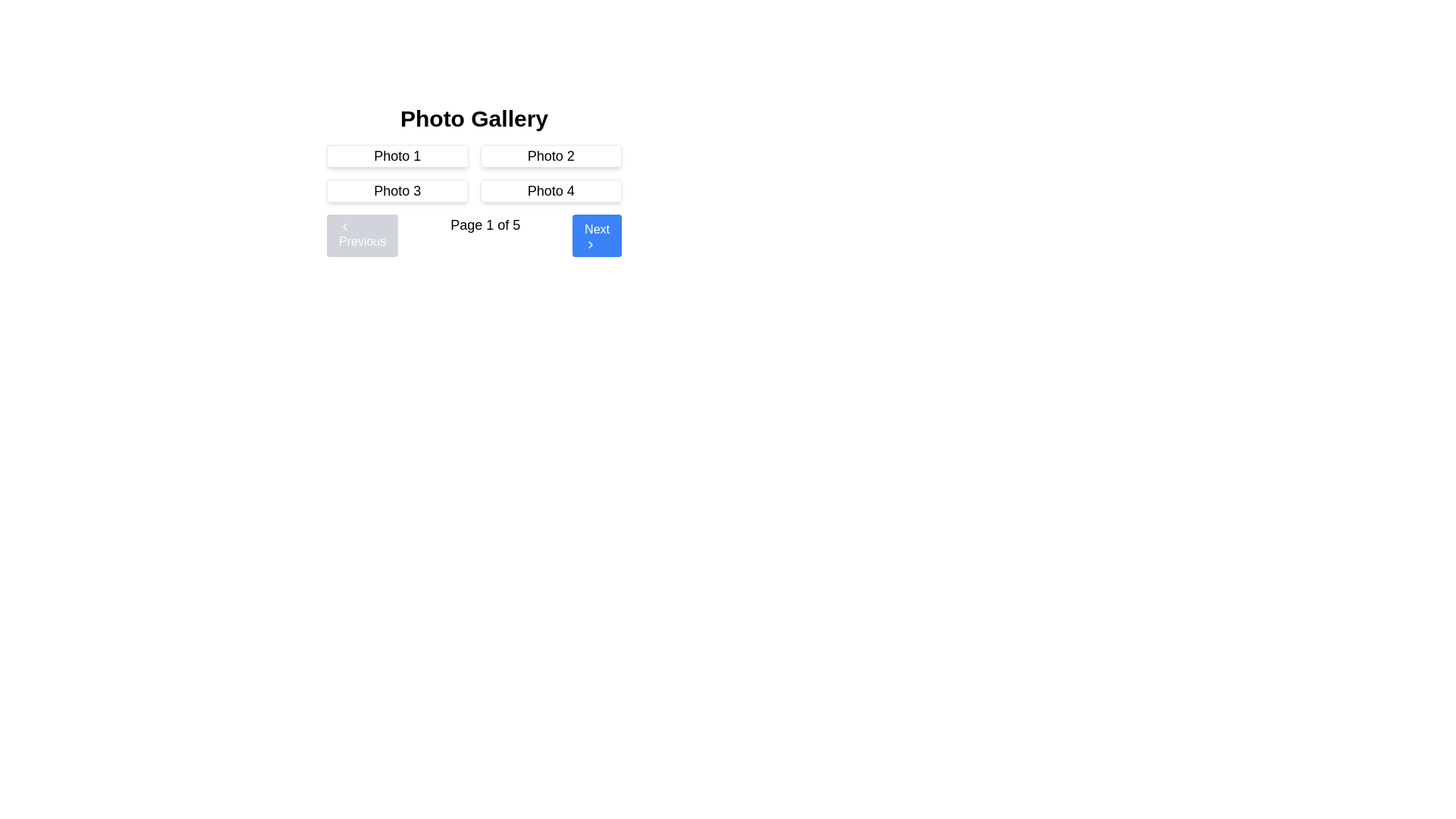 This screenshot has width=1456, height=819. Describe the element at coordinates (550, 190) in the screenshot. I see `the interactive button for 'Photo 4'` at that location.